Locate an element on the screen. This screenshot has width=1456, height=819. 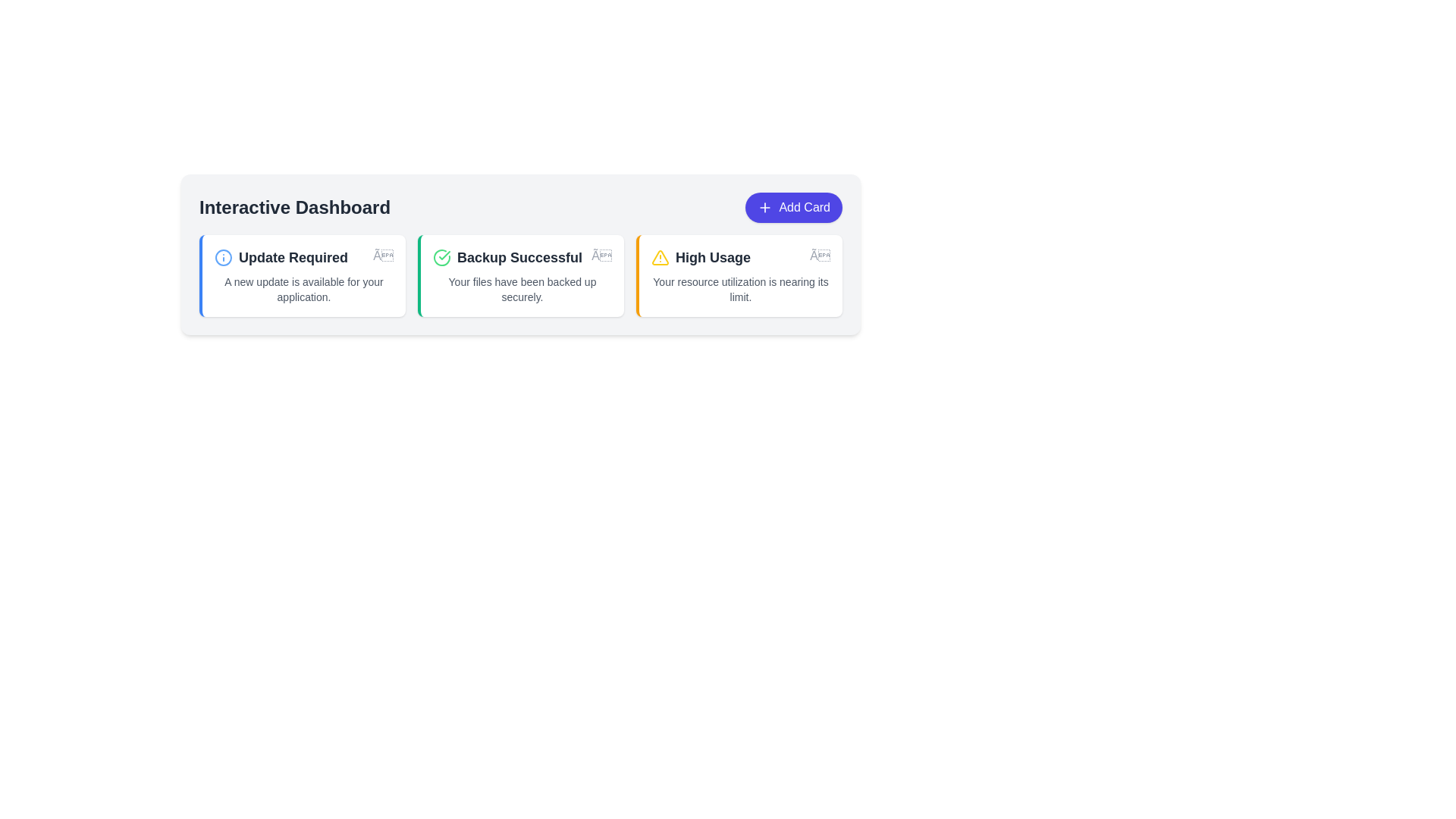
status text of the Static Text element located within the 'Backup Successful' card, which indicates the completion of the backup operation is located at coordinates (522, 289).